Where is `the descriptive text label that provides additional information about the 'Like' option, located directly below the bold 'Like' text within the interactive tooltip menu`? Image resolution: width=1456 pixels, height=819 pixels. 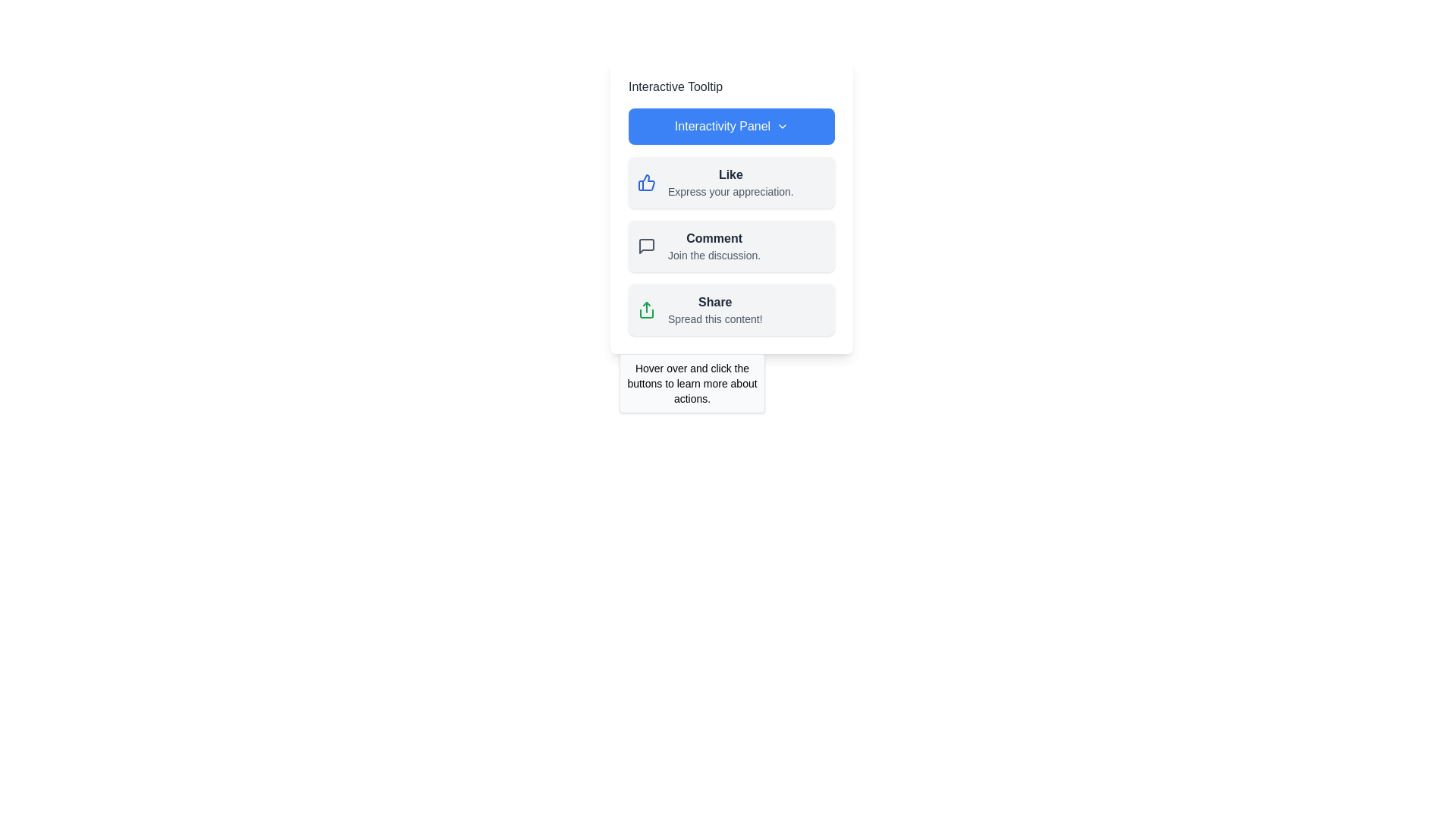 the descriptive text label that provides additional information about the 'Like' option, located directly below the bold 'Like' text within the interactive tooltip menu is located at coordinates (730, 191).